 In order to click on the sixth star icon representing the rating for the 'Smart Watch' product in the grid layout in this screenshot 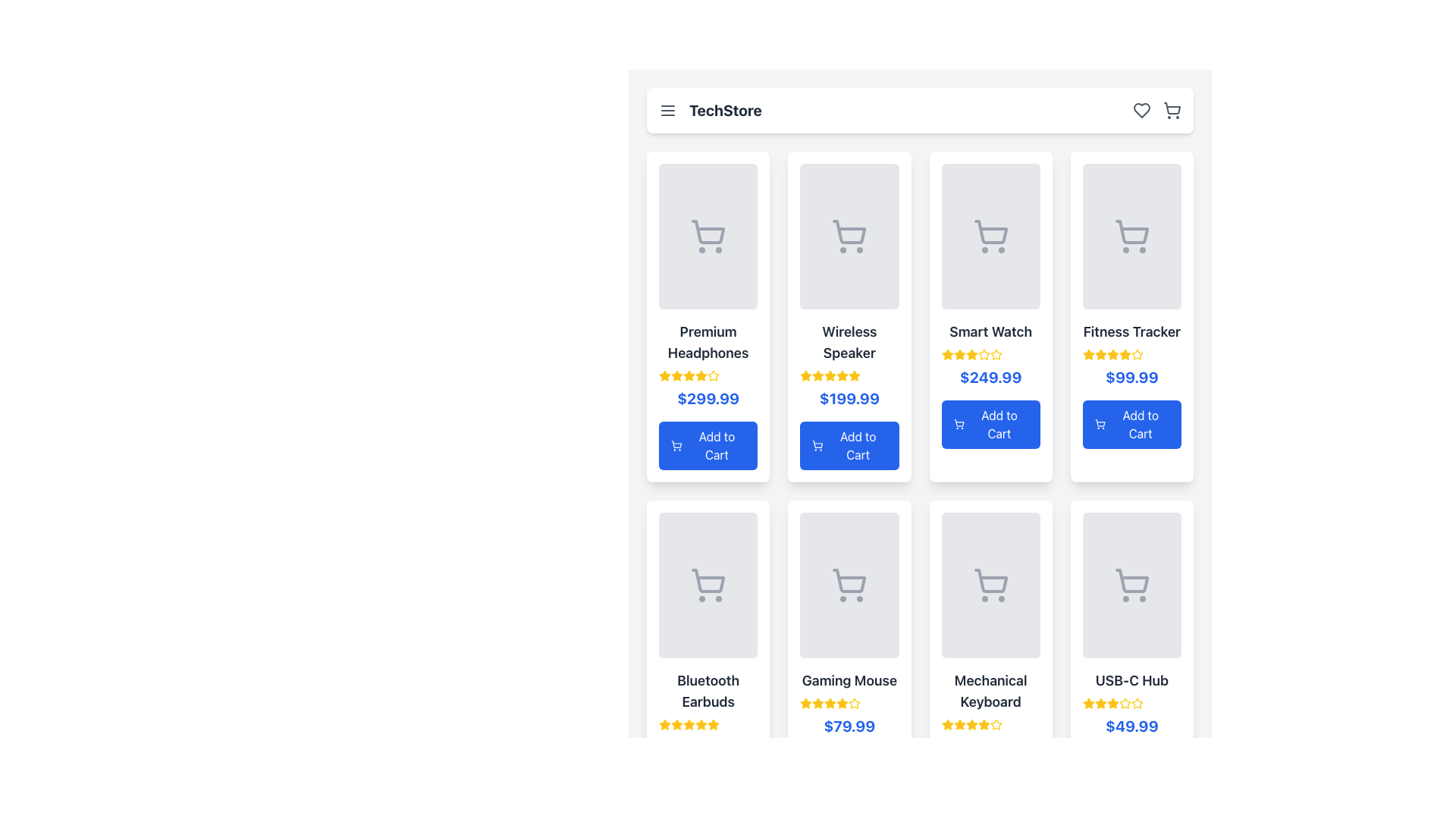, I will do `click(984, 354)`.